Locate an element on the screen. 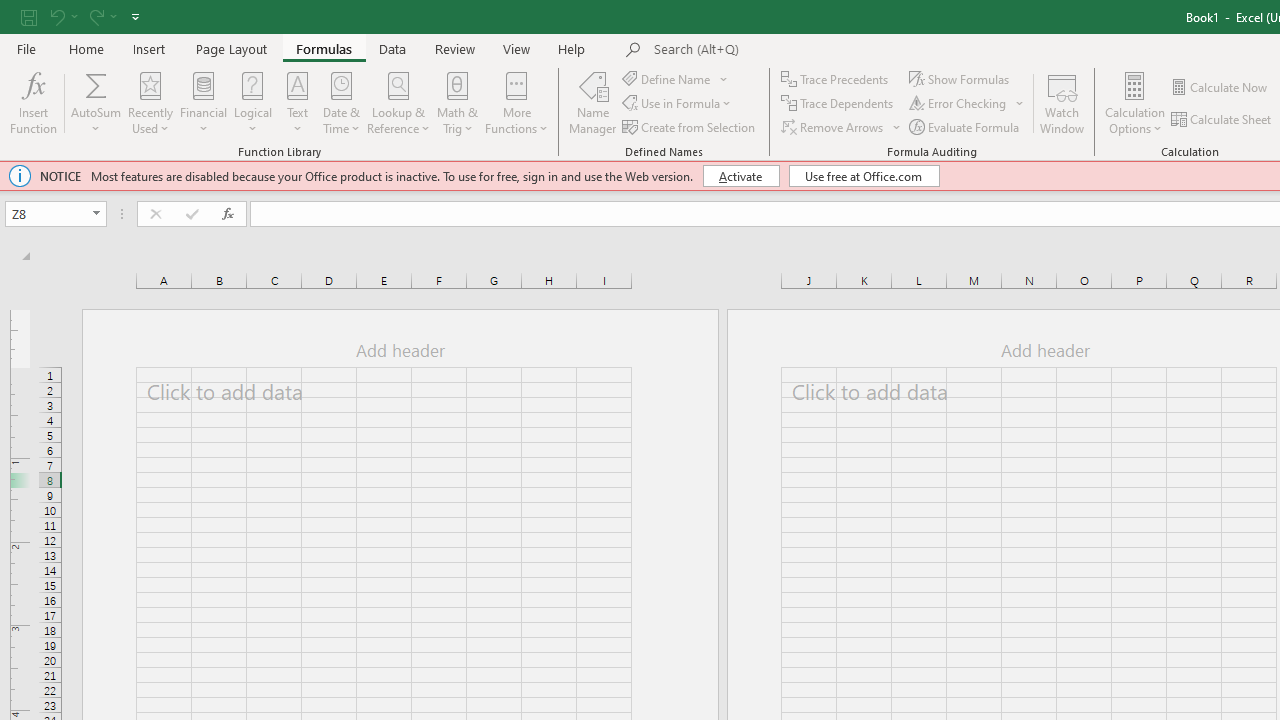 The width and height of the screenshot is (1280, 720). 'Error Checking...' is located at coordinates (967, 103).